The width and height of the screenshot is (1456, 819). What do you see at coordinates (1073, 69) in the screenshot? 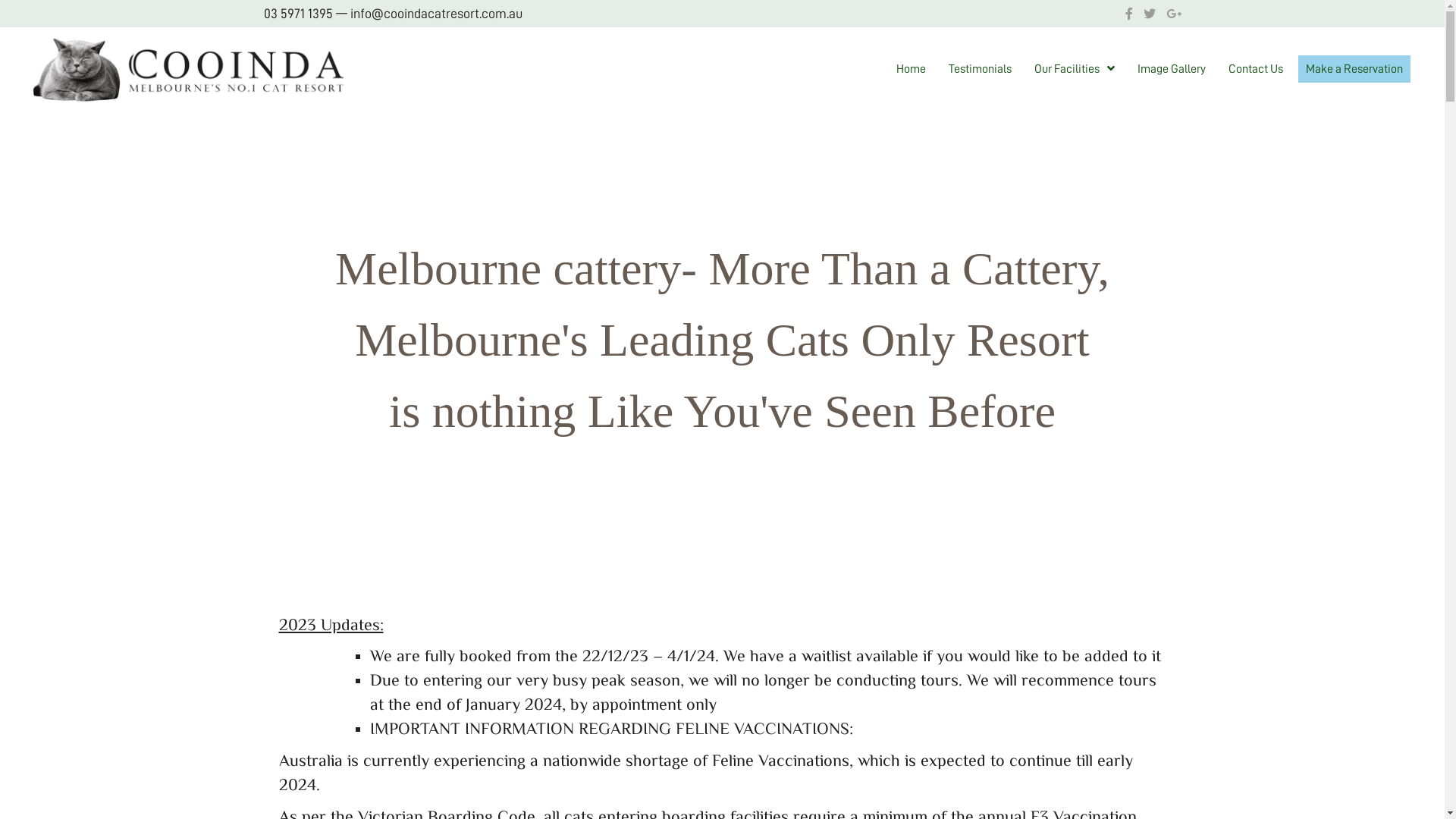
I see `'Our Facilities'` at bounding box center [1073, 69].